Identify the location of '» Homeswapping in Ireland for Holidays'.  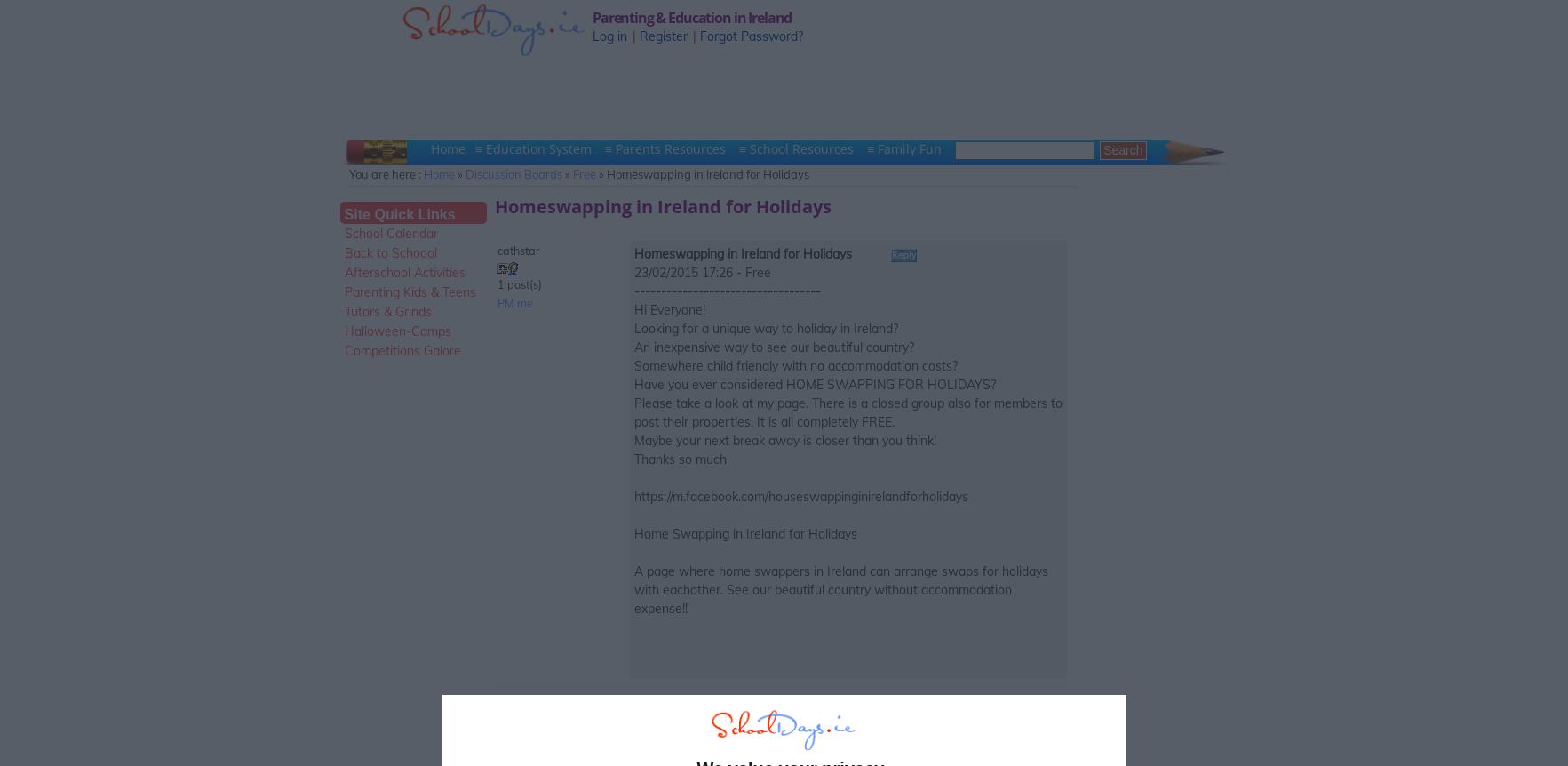
(701, 174).